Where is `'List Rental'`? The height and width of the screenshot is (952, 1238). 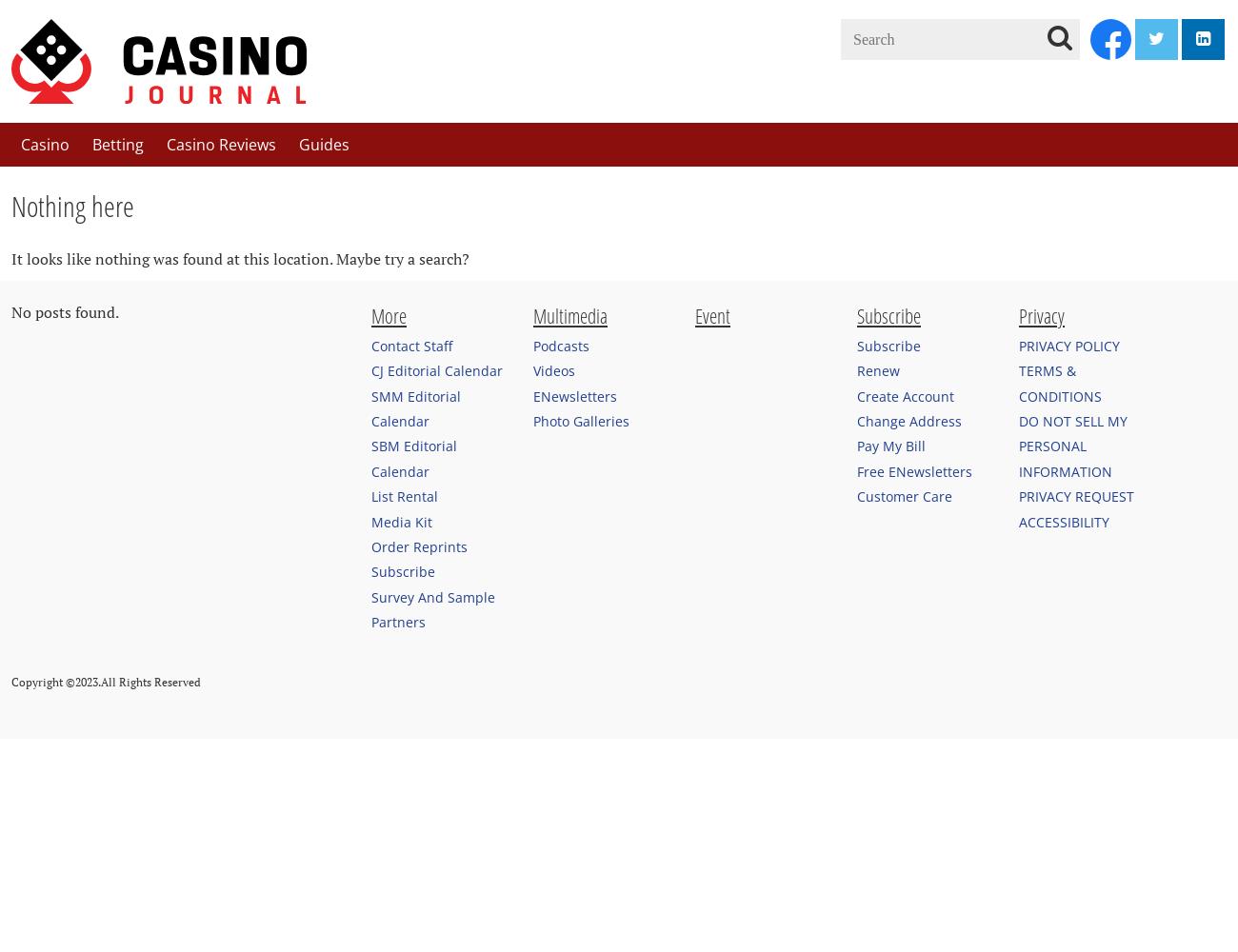
'List Rental' is located at coordinates (404, 496).